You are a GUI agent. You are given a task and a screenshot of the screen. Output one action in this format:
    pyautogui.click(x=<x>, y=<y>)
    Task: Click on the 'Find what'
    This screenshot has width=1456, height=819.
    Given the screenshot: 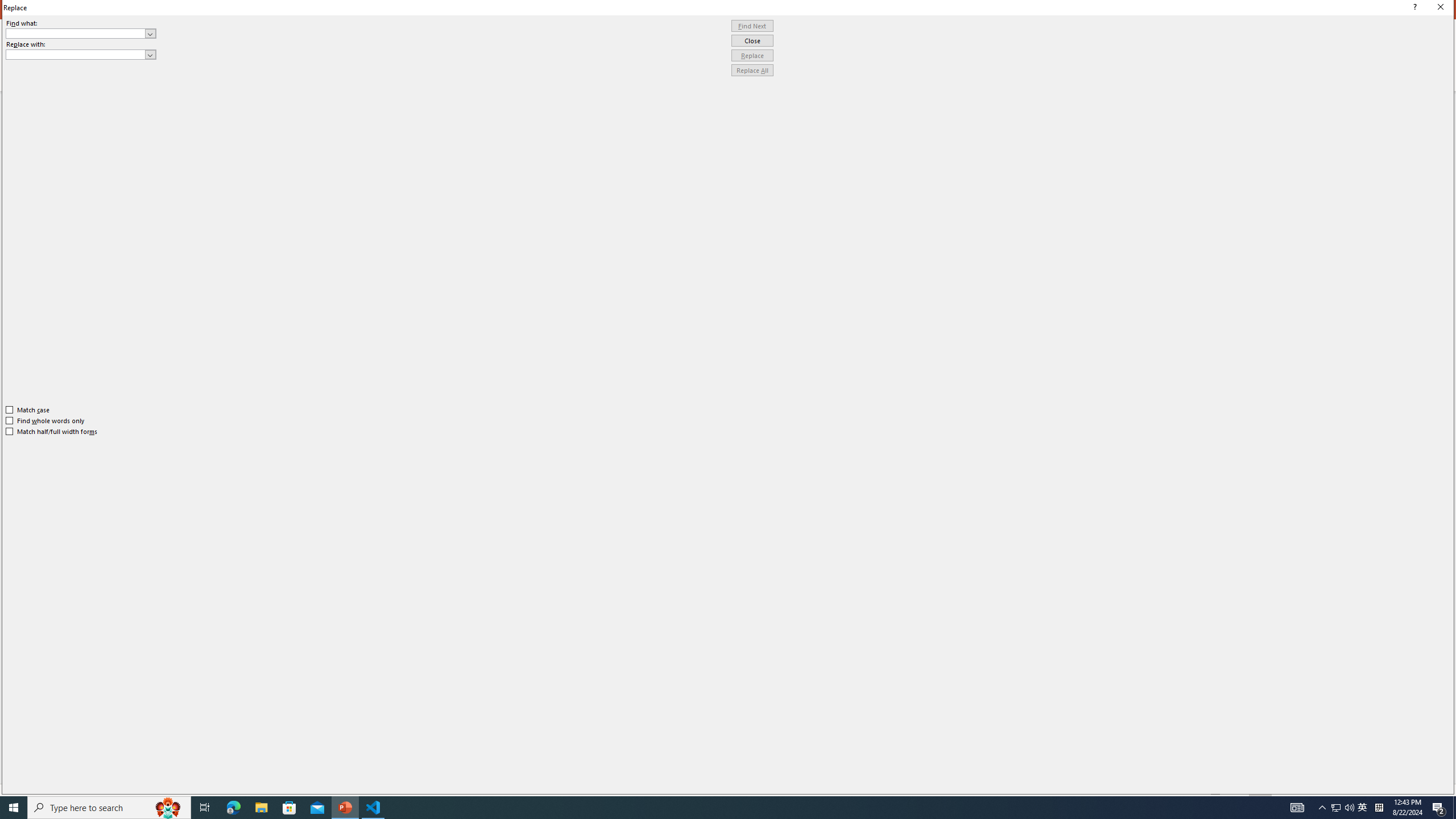 What is the action you would take?
    pyautogui.click(x=76, y=33)
    